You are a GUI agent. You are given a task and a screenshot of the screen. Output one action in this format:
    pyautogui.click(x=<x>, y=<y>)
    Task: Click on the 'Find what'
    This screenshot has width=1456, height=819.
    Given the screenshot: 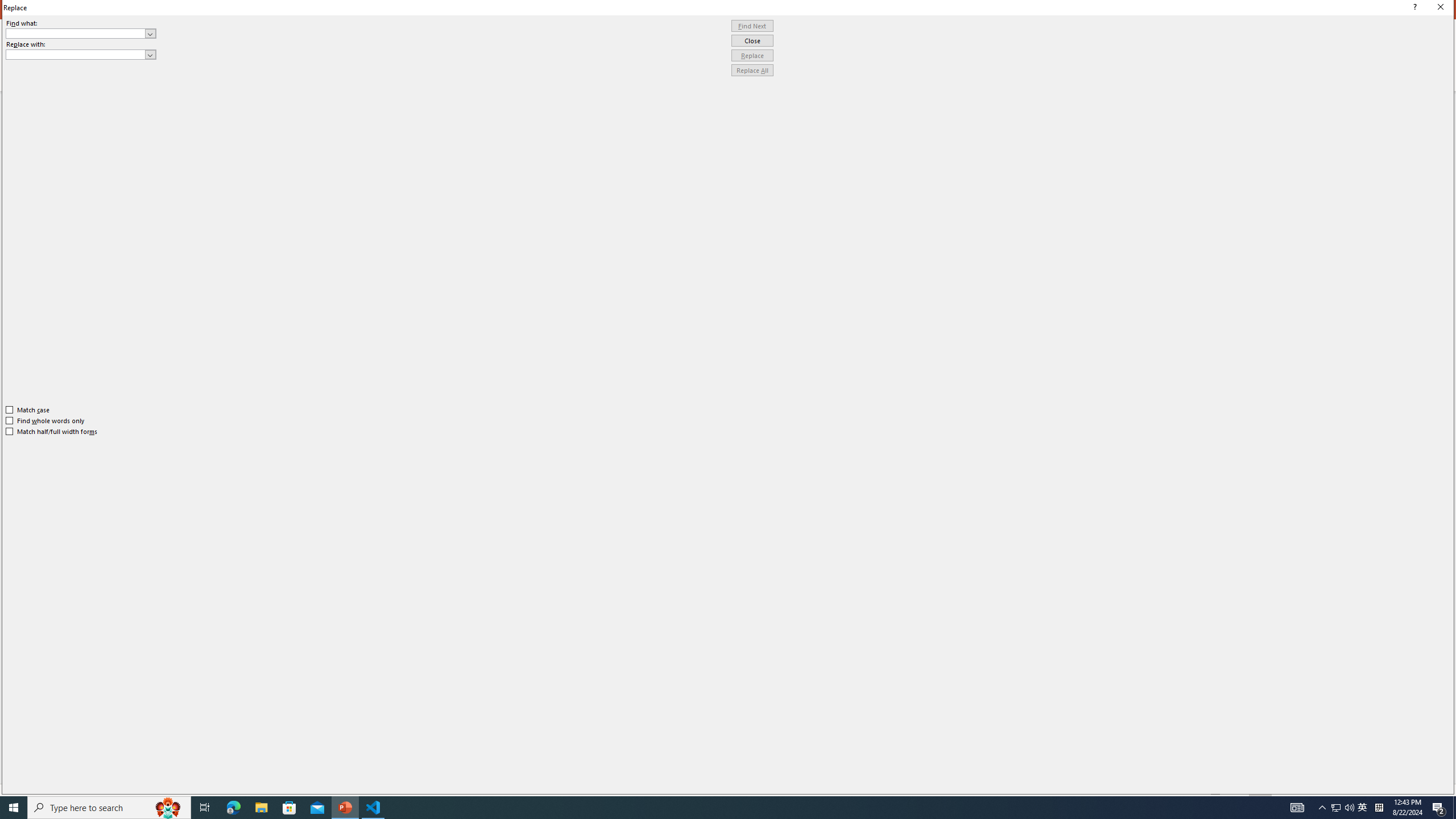 What is the action you would take?
    pyautogui.click(x=76, y=33)
    